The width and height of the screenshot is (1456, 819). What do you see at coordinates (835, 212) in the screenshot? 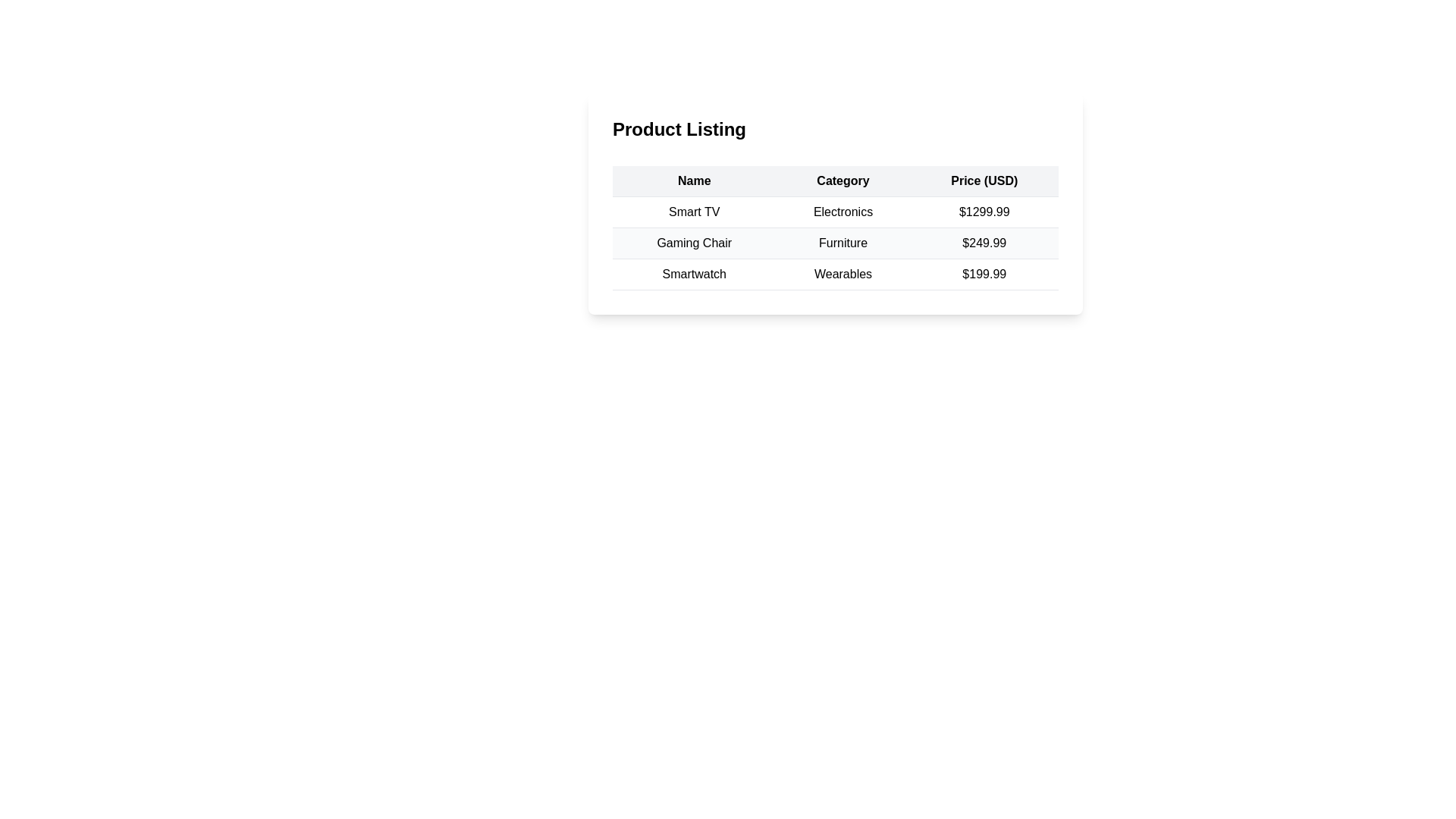
I see `the first row in the product listing table displaying 'Smart TV', 'Electronics', and '$1299.99'` at bounding box center [835, 212].